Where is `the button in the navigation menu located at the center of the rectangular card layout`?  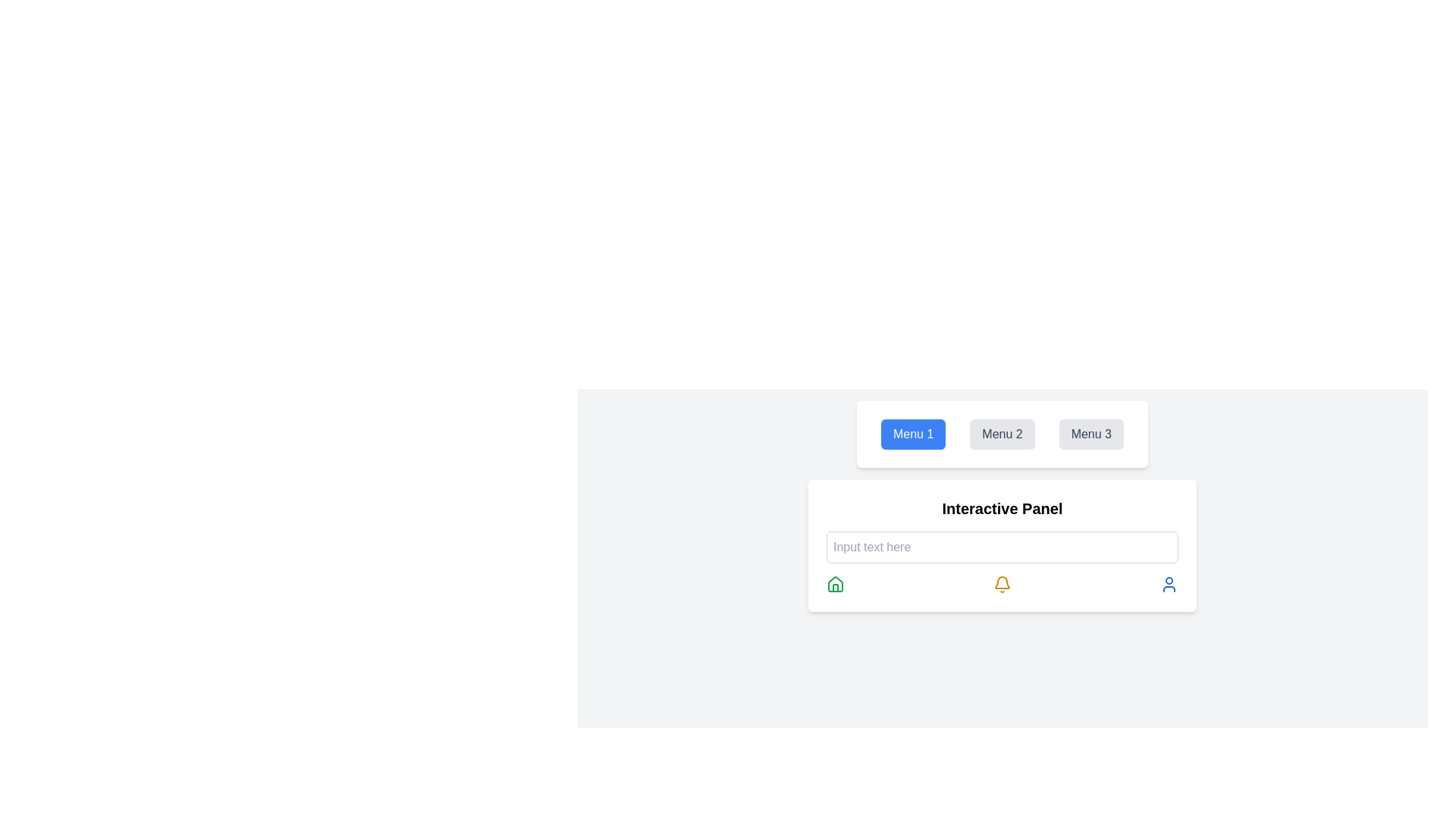
the button in the navigation menu located at the center of the rectangular card layout is located at coordinates (1002, 435).